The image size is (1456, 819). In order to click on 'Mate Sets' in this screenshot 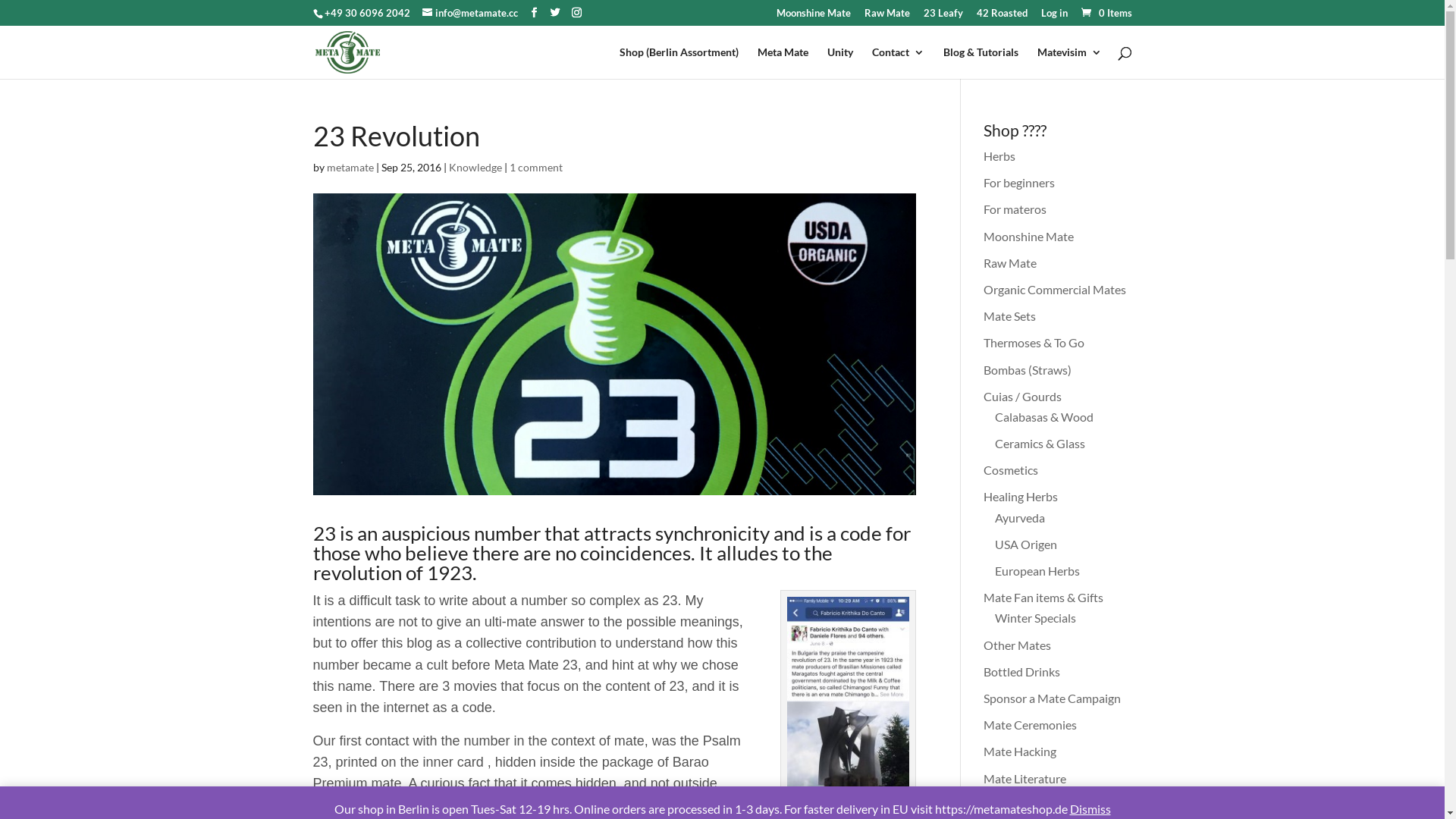, I will do `click(983, 315)`.